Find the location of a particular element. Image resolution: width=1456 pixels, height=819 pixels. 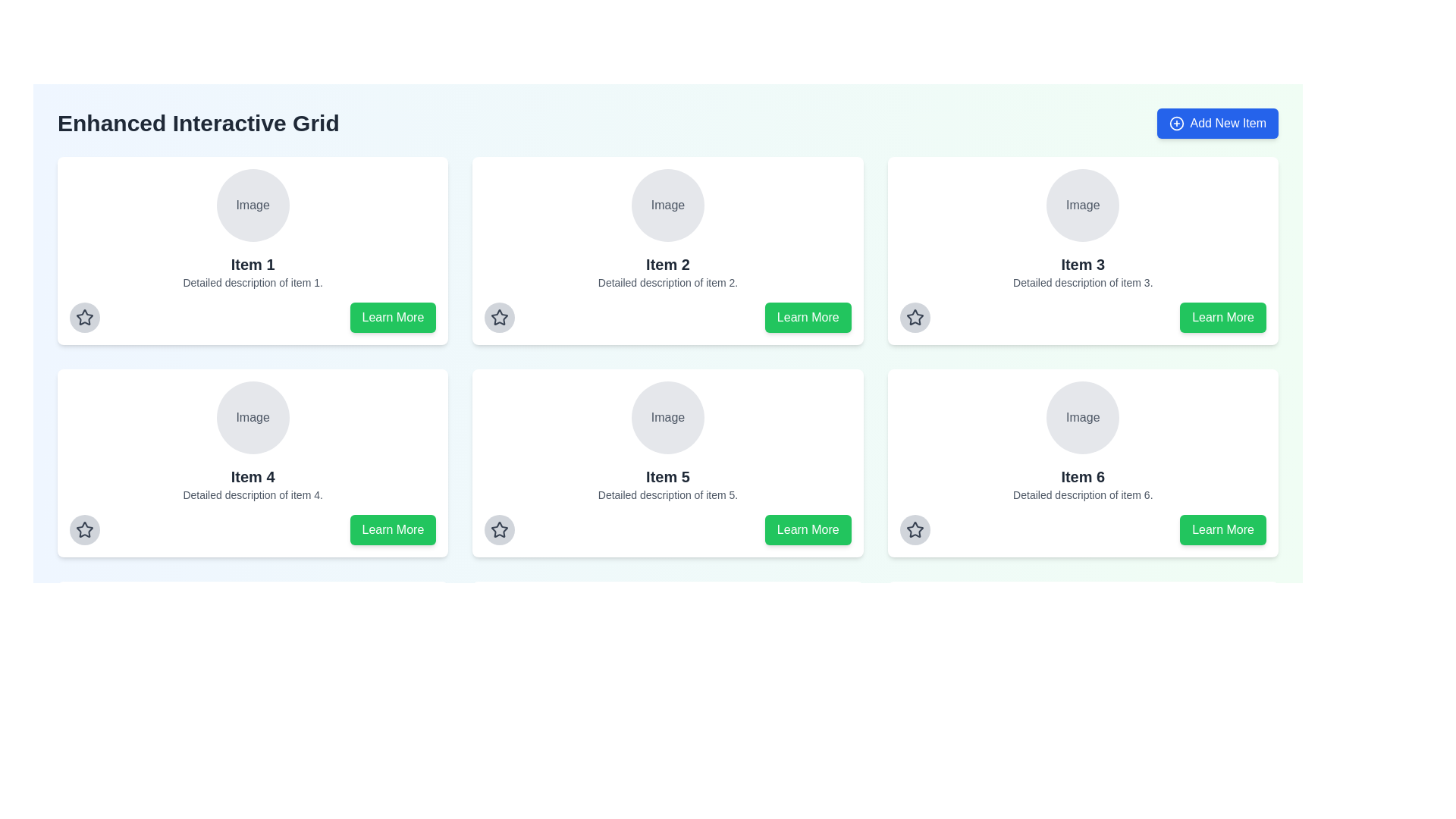

the bold, dark gray text 'Item 6' located at the bottom center of the lower-right card in a grid of six cards, situated below an image placeholder and above a description text is located at coordinates (1082, 475).